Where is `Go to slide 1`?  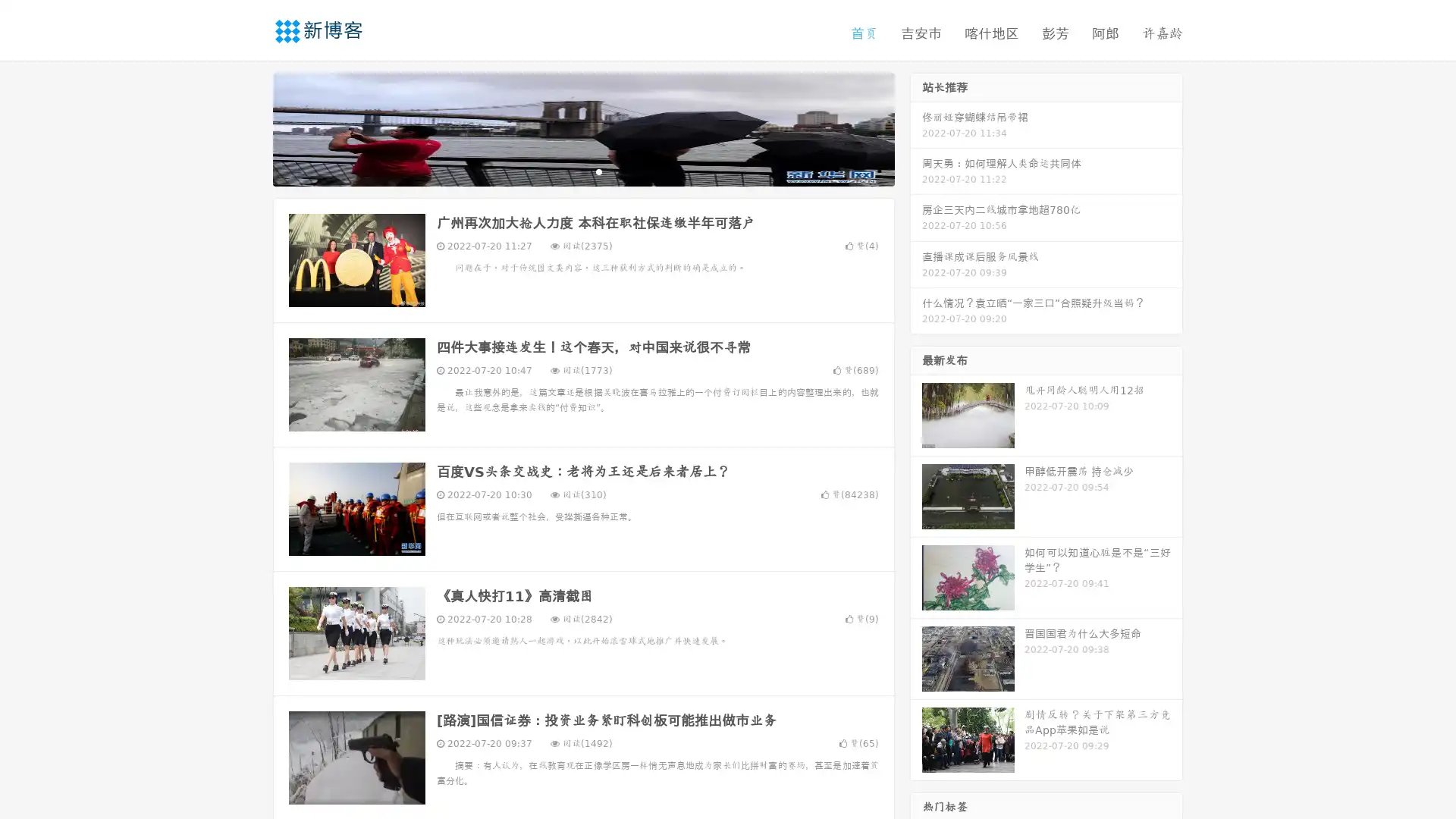 Go to slide 1 is located at coordinates (567, 171).